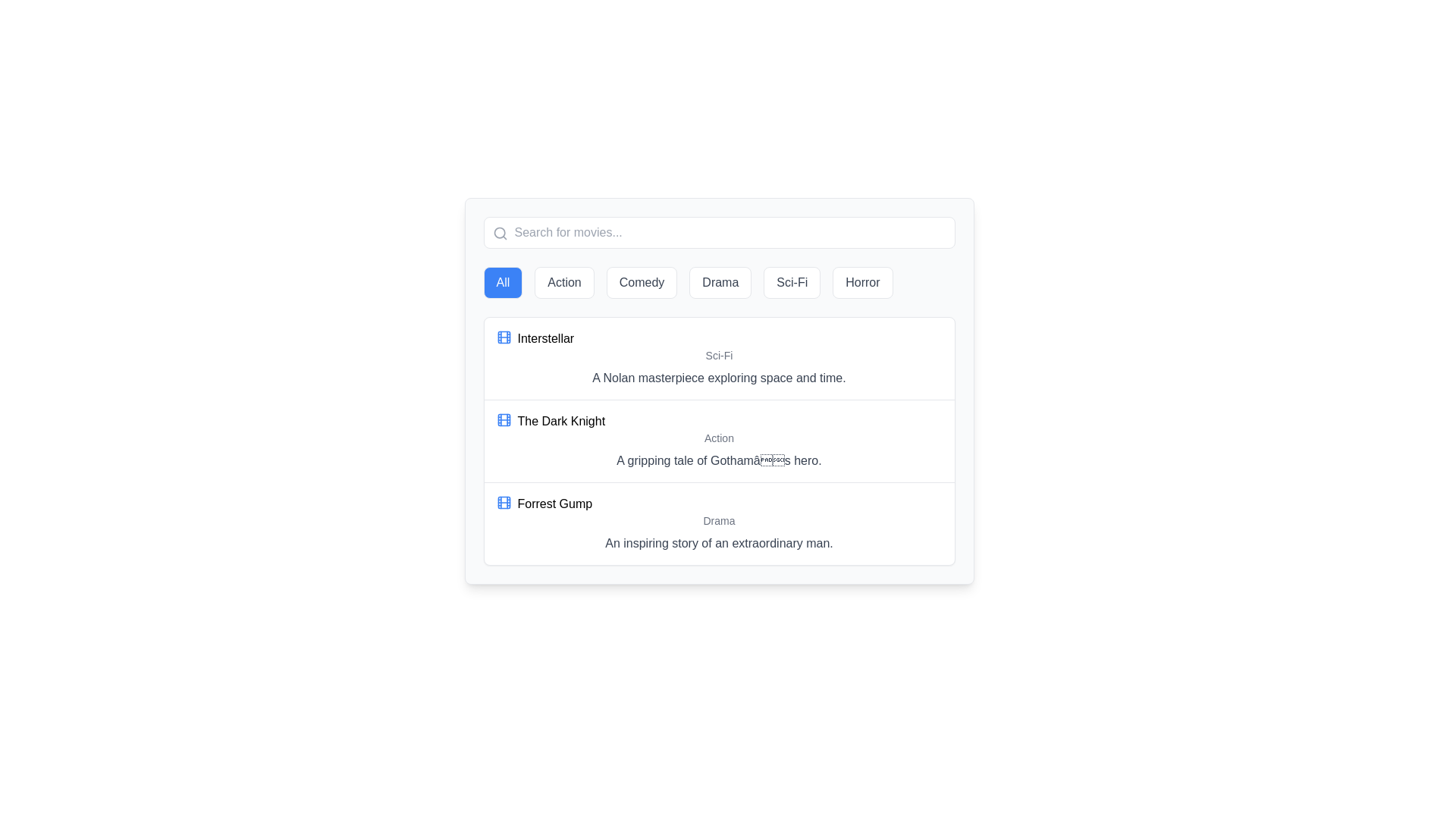  What do you see at coordinates (718, 543) in the screenshot?
I see `the text element that provides a brief summary of the movie 'Forrest Gump', located below the genre label 'Drama'` at bounding box center [718, 543].